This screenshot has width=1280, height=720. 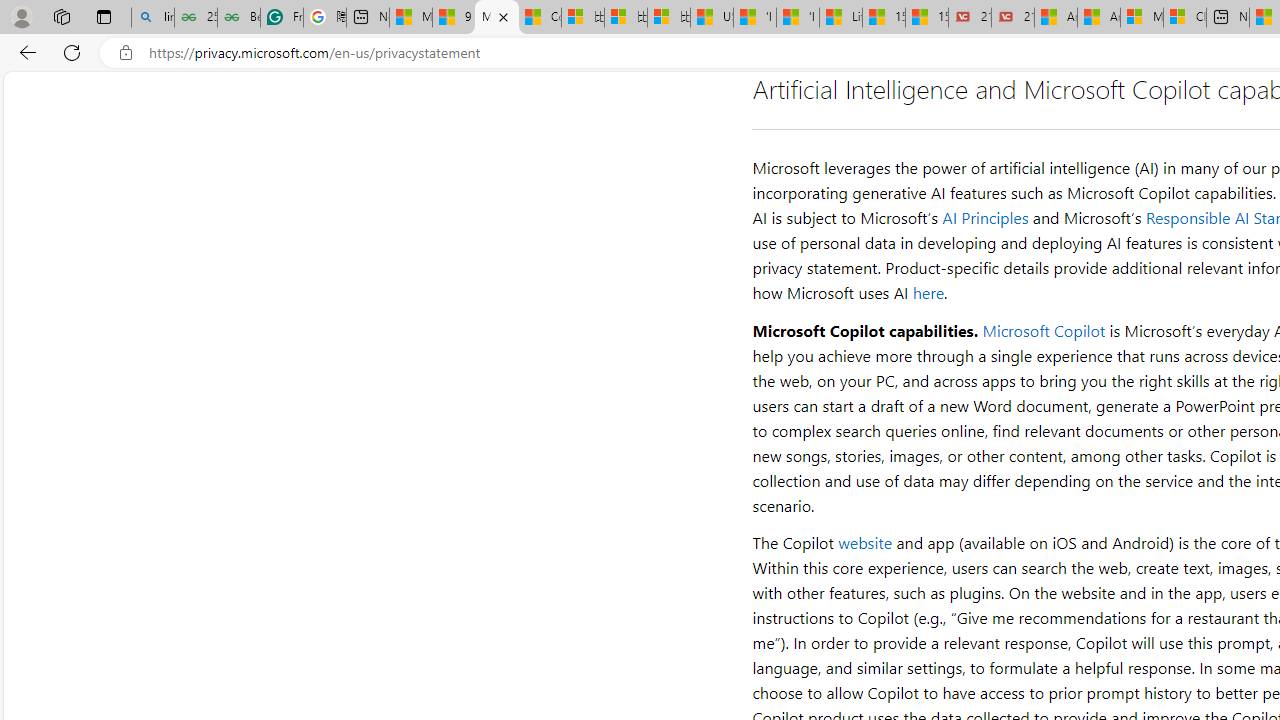 What do you see at coordinates (1013, 17) in the screenshot?
I see `'21 Movies That Outdid the Books They Were Based On'` at bounding box center [1013, 17].